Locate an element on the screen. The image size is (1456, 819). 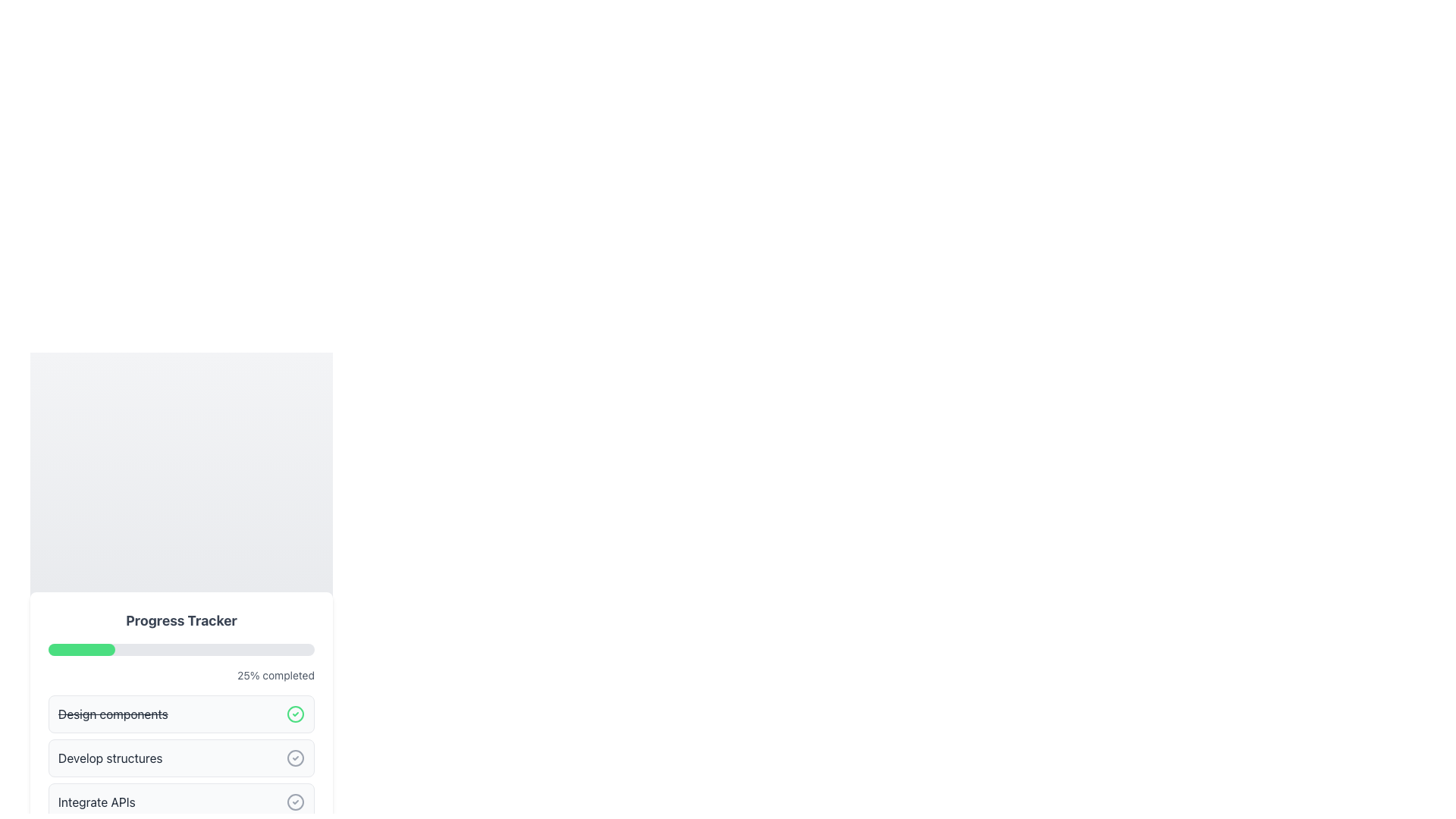
the Progress indicator which shows that 25% of the task has been completed in the 'Progress Tracker' section is located at coordinates (80, 648).